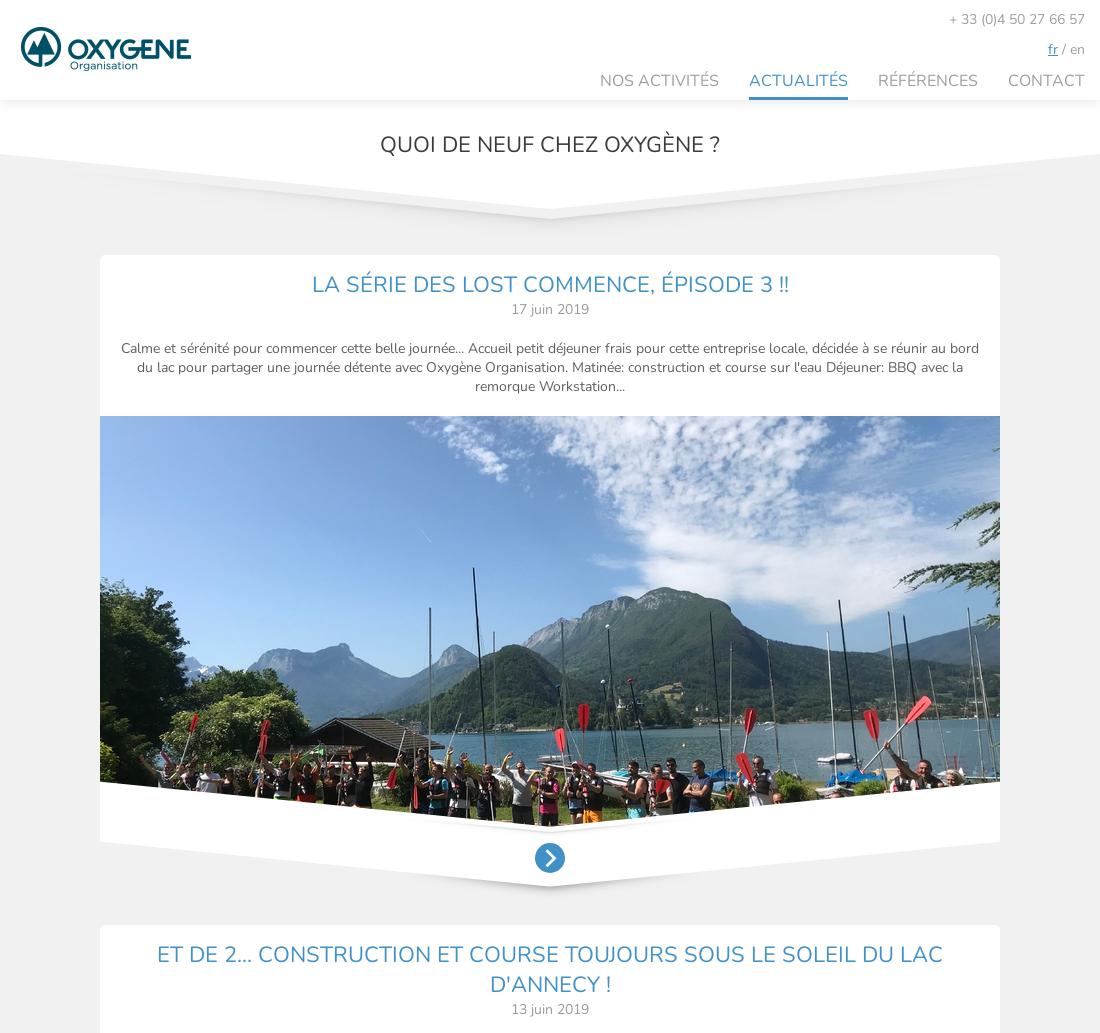  I want to click on '13 juin 2019', so click(550, 1007).